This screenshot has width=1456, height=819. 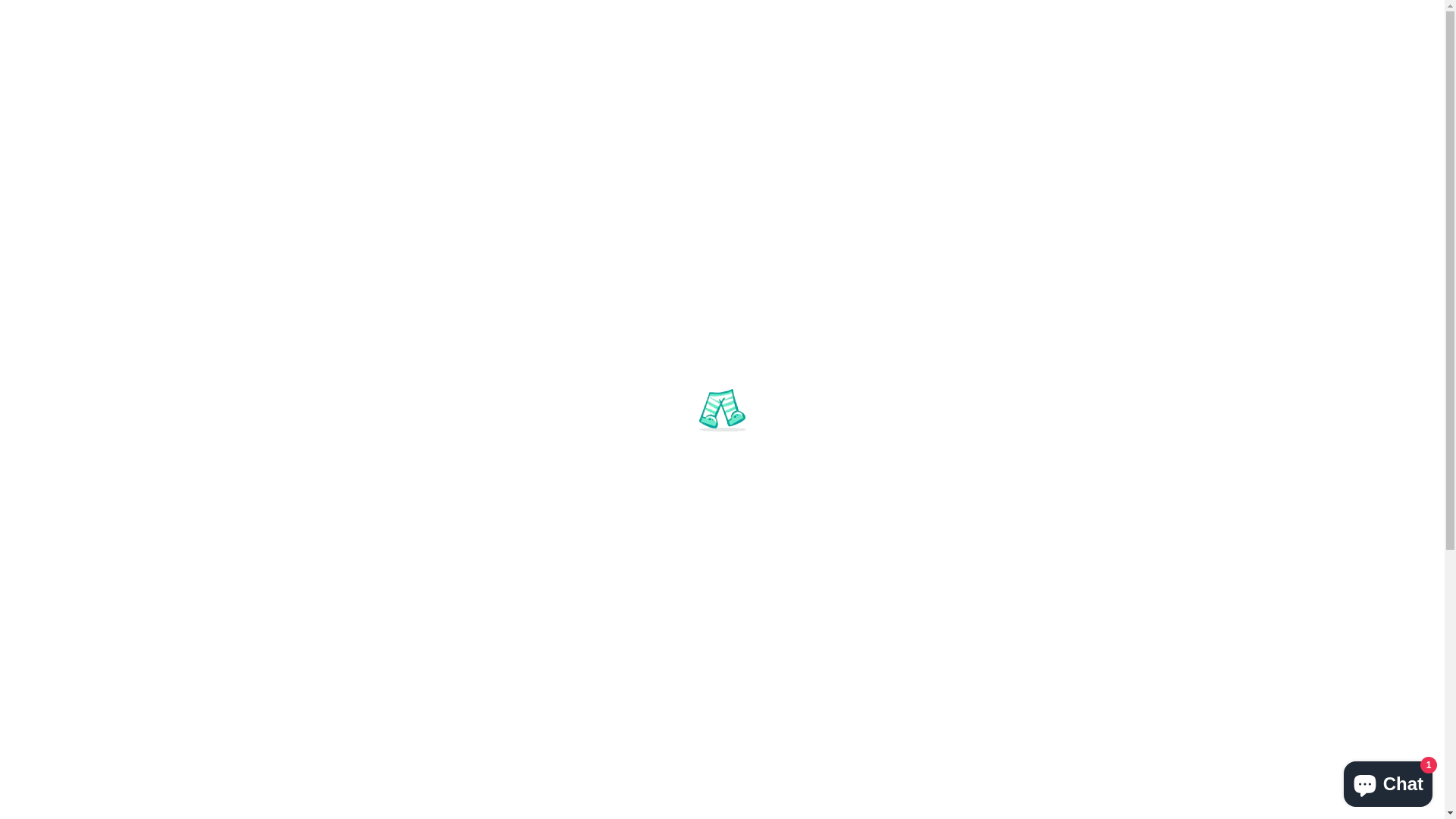 I want to click on 'HOME', so click(x=439, y=210).